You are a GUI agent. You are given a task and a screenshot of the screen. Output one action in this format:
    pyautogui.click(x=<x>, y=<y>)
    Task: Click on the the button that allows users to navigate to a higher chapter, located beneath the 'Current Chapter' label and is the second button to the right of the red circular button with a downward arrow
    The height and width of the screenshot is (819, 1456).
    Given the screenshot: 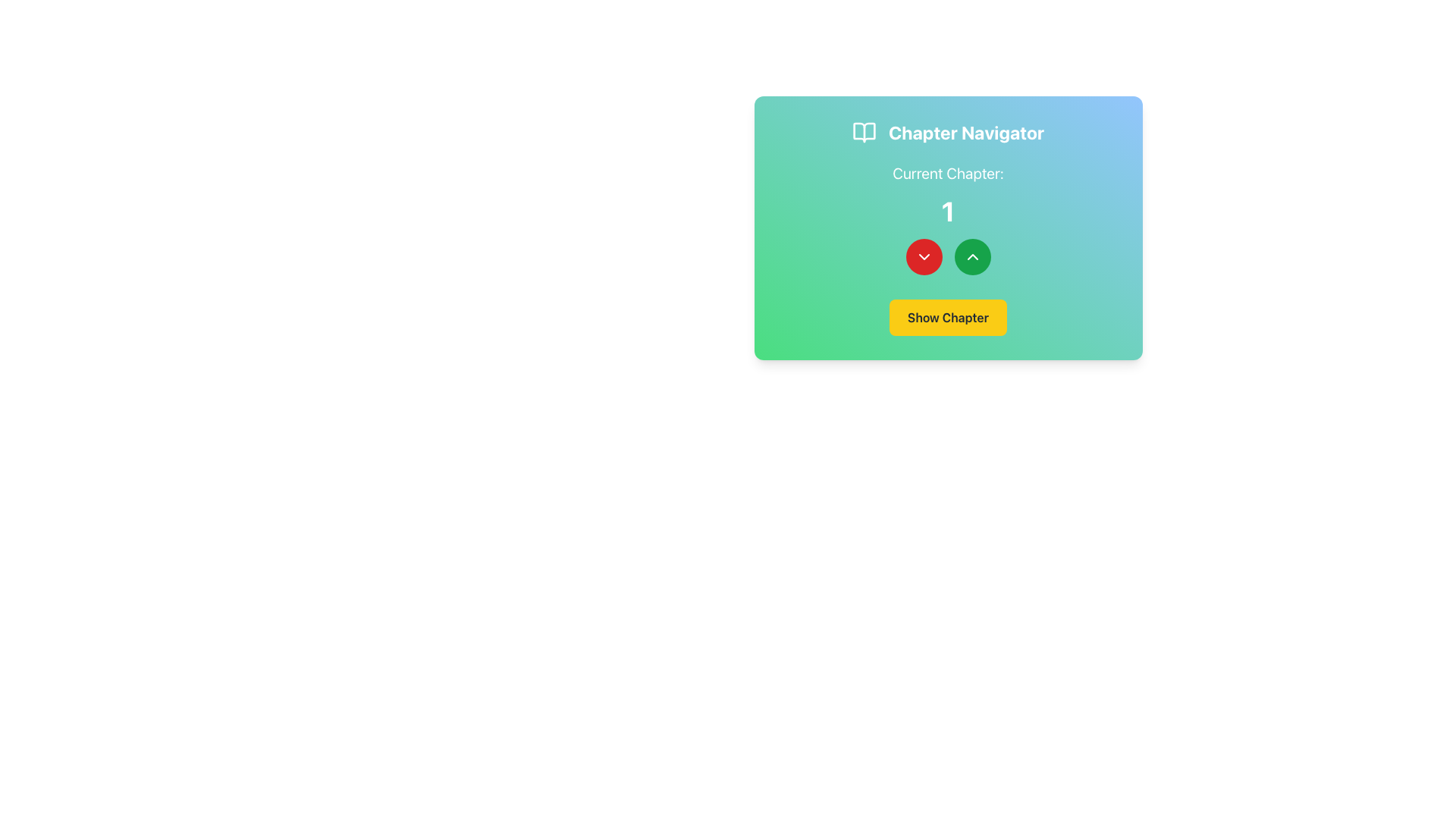 What is the action you would take?
    pyautogui.click(x=972, y=256)
    